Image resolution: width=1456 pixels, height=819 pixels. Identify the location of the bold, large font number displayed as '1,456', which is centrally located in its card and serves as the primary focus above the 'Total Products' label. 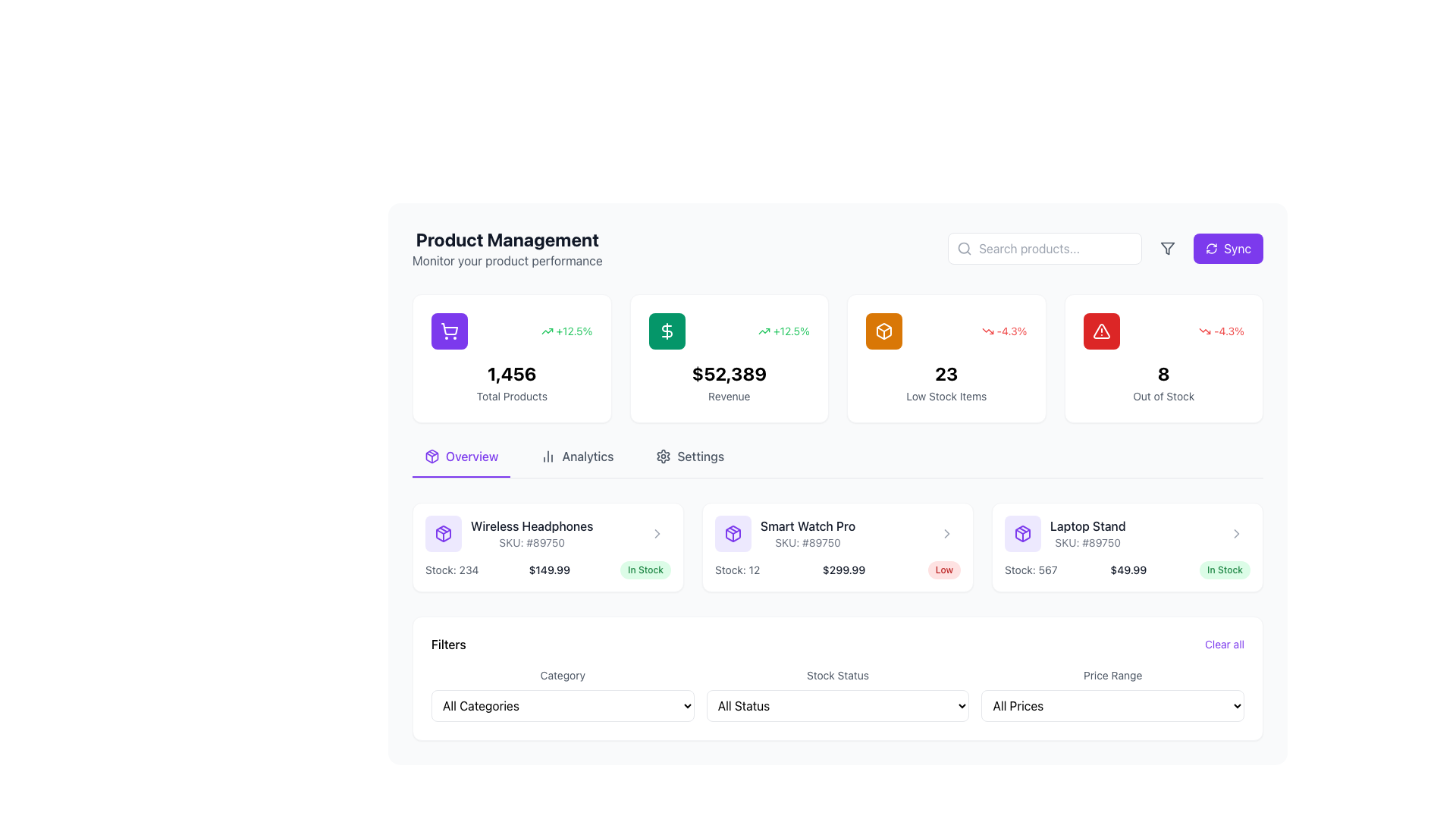
(512, 374).